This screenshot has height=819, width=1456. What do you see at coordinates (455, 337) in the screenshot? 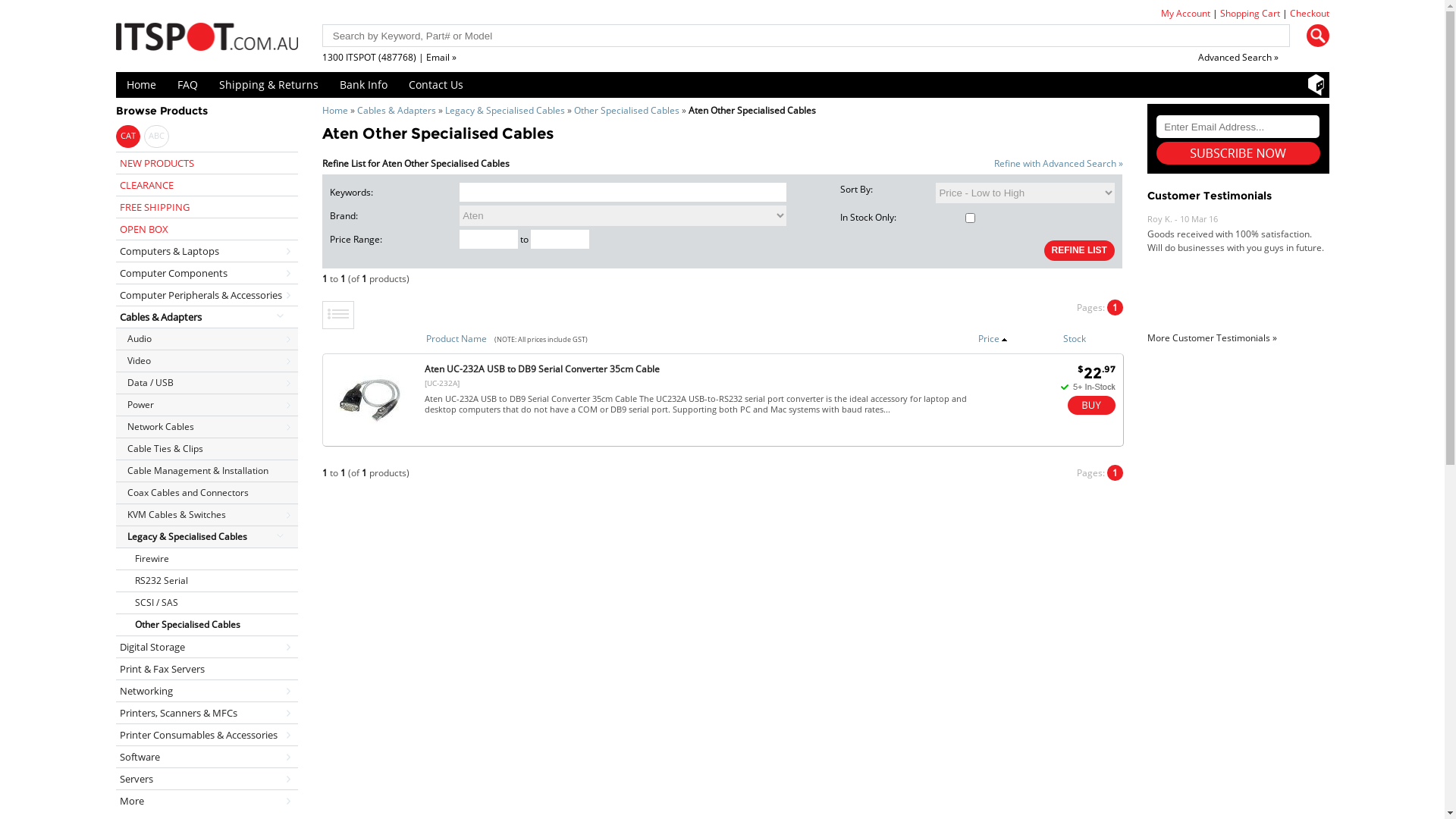
I see `'Product Name'` at bounding box center [455, 337].